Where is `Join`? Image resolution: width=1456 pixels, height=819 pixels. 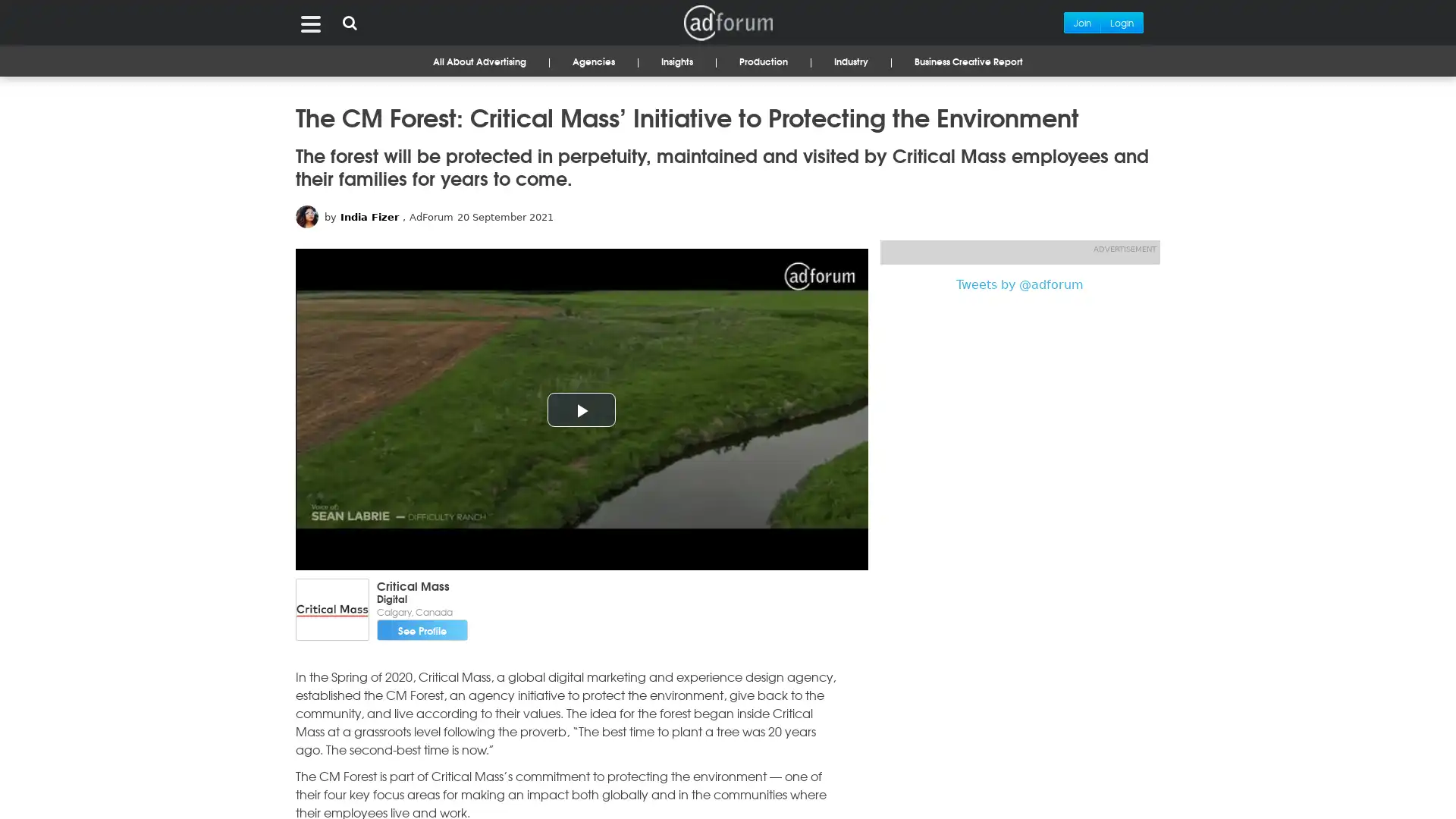
Join is located at coordinates (1081, 23).